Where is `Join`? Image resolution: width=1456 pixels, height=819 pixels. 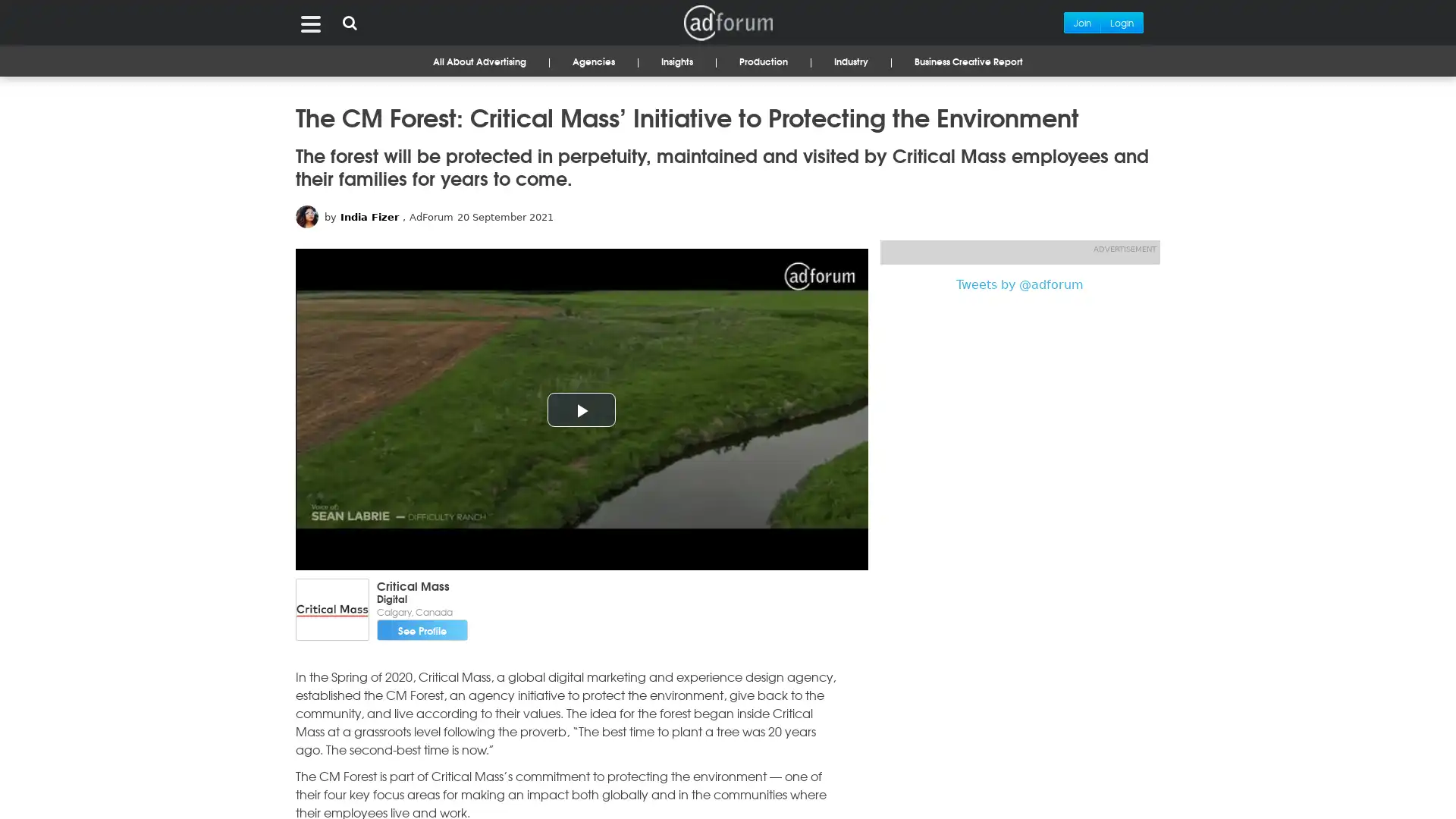
Join is located at coordinates (1081, 23).